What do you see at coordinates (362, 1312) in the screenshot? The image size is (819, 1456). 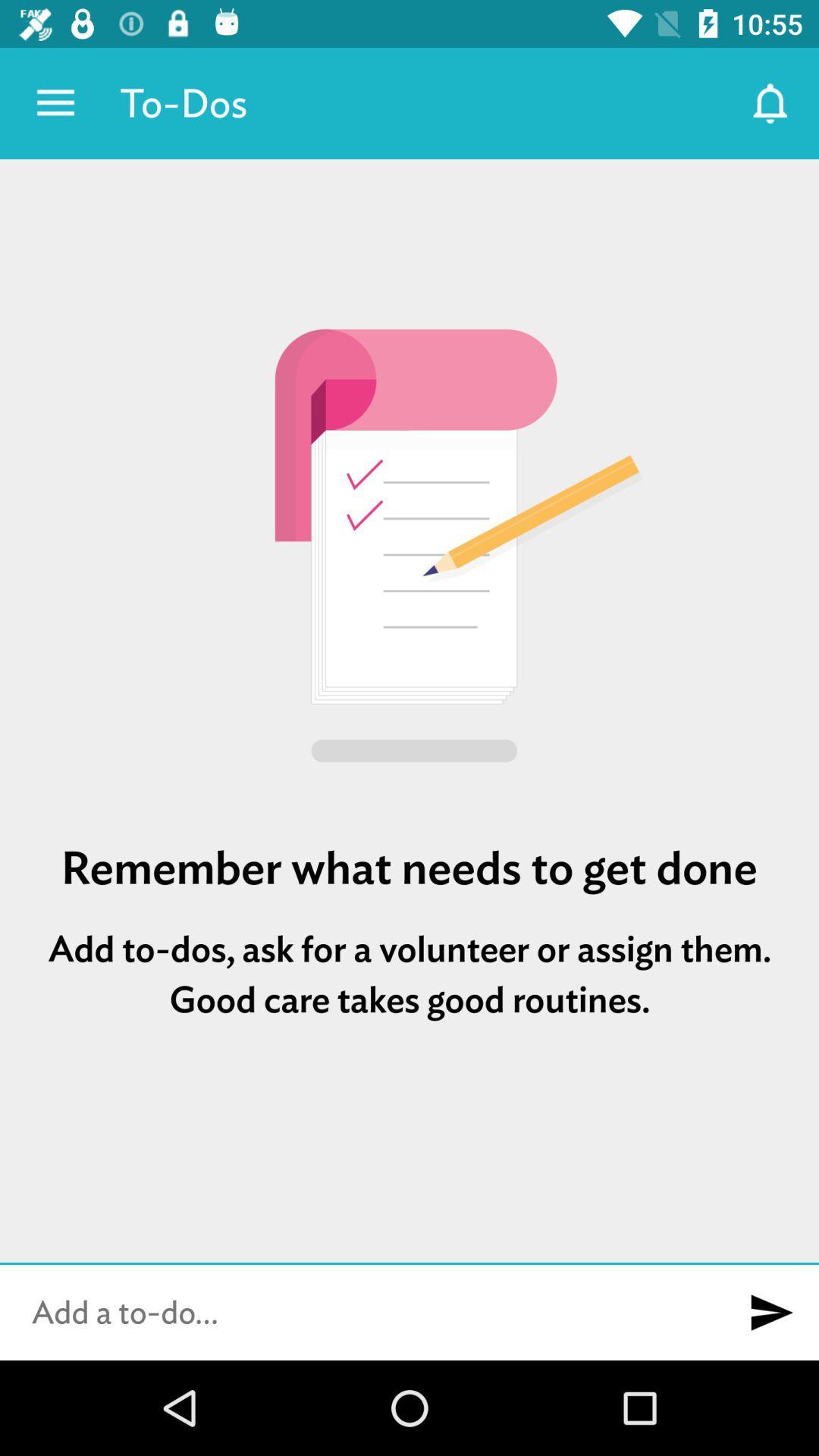 I see `a note` at bounding box center [362, 1312].